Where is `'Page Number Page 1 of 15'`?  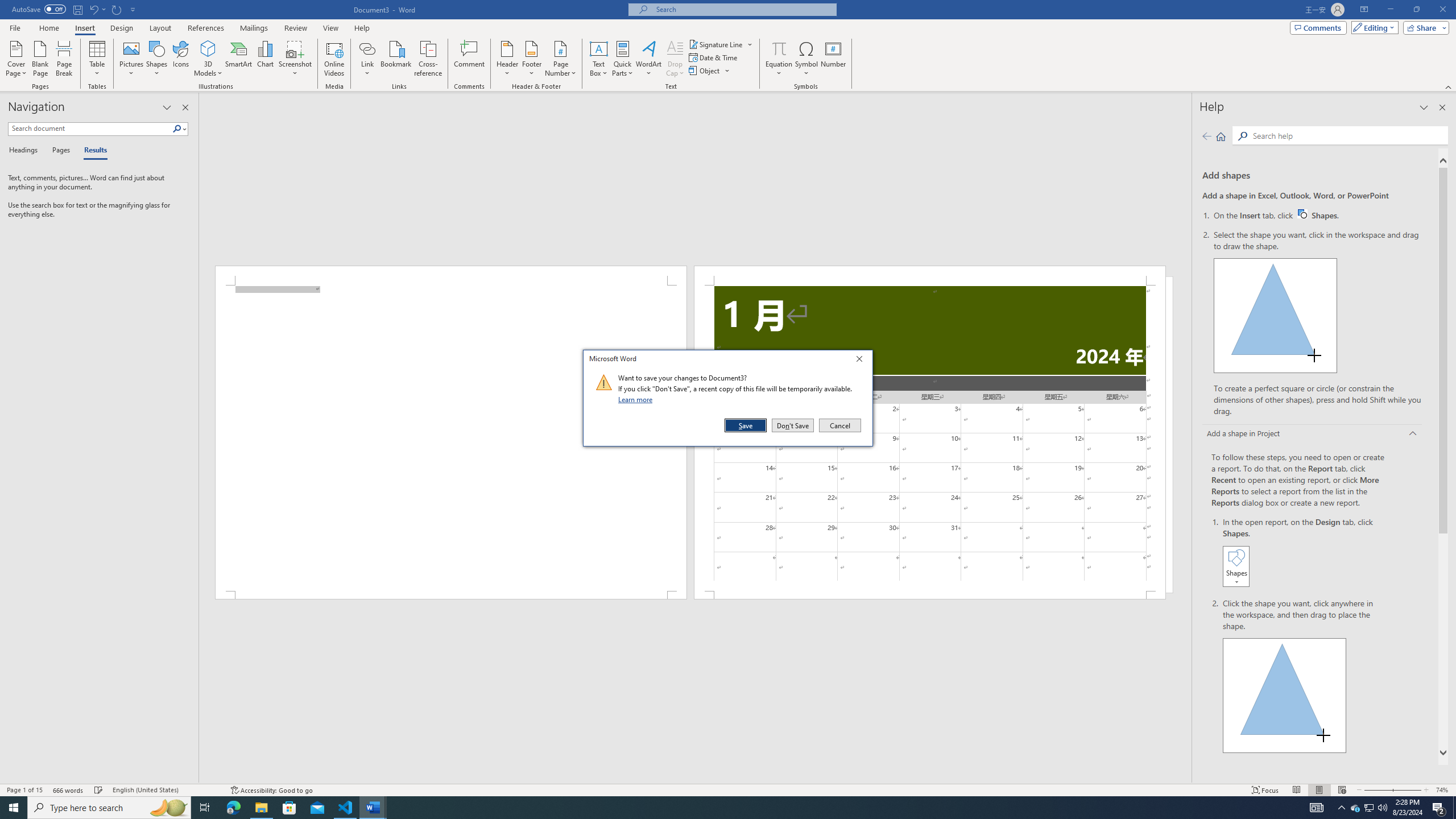 'Page Number Page 1 of 15' is located at coordinates (24, 790).